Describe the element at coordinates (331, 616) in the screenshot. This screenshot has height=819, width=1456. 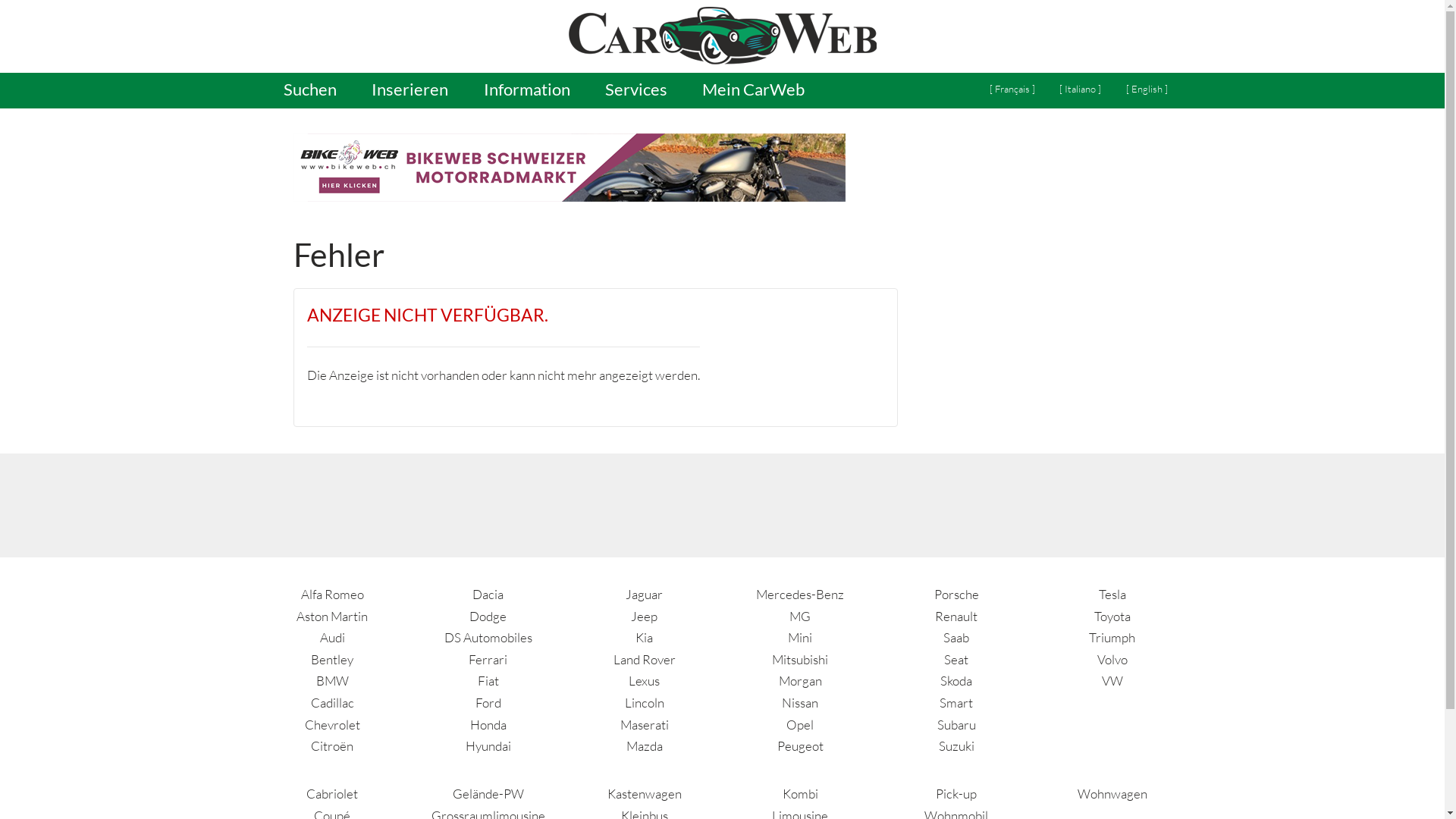
I see `'Aston Martin'` at that location.